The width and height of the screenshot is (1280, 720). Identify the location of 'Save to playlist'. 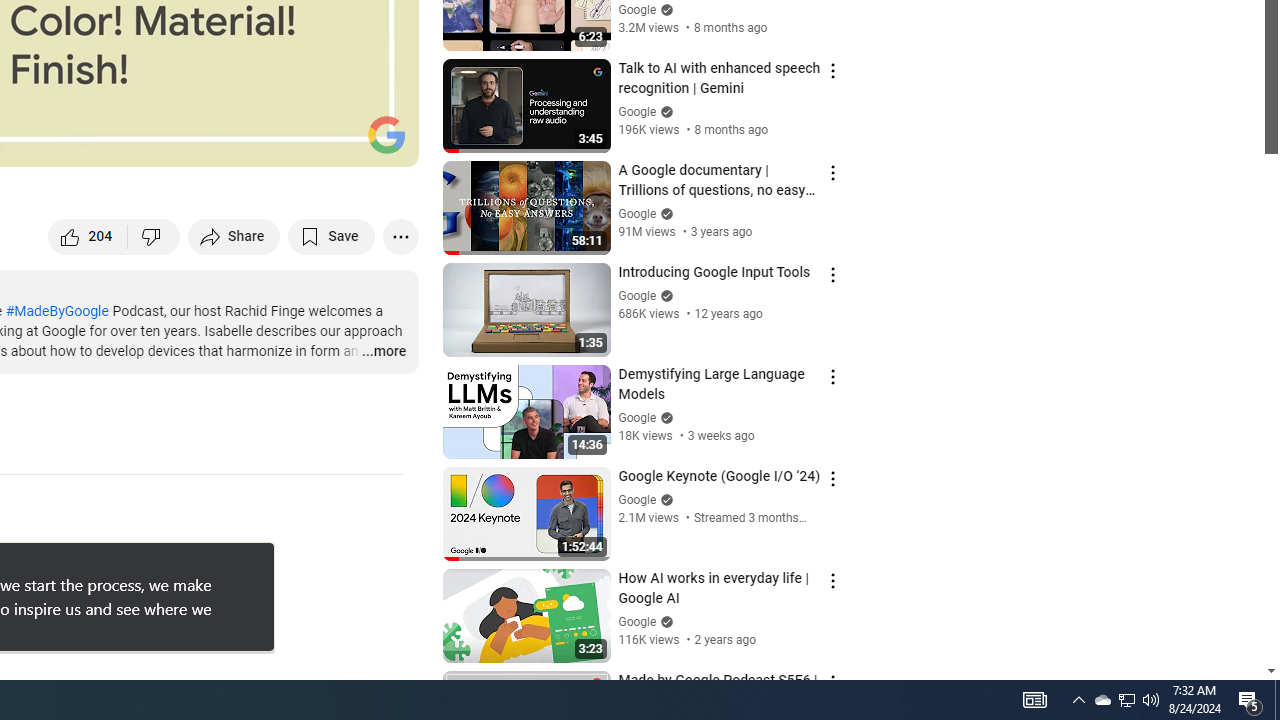
(331, 235).